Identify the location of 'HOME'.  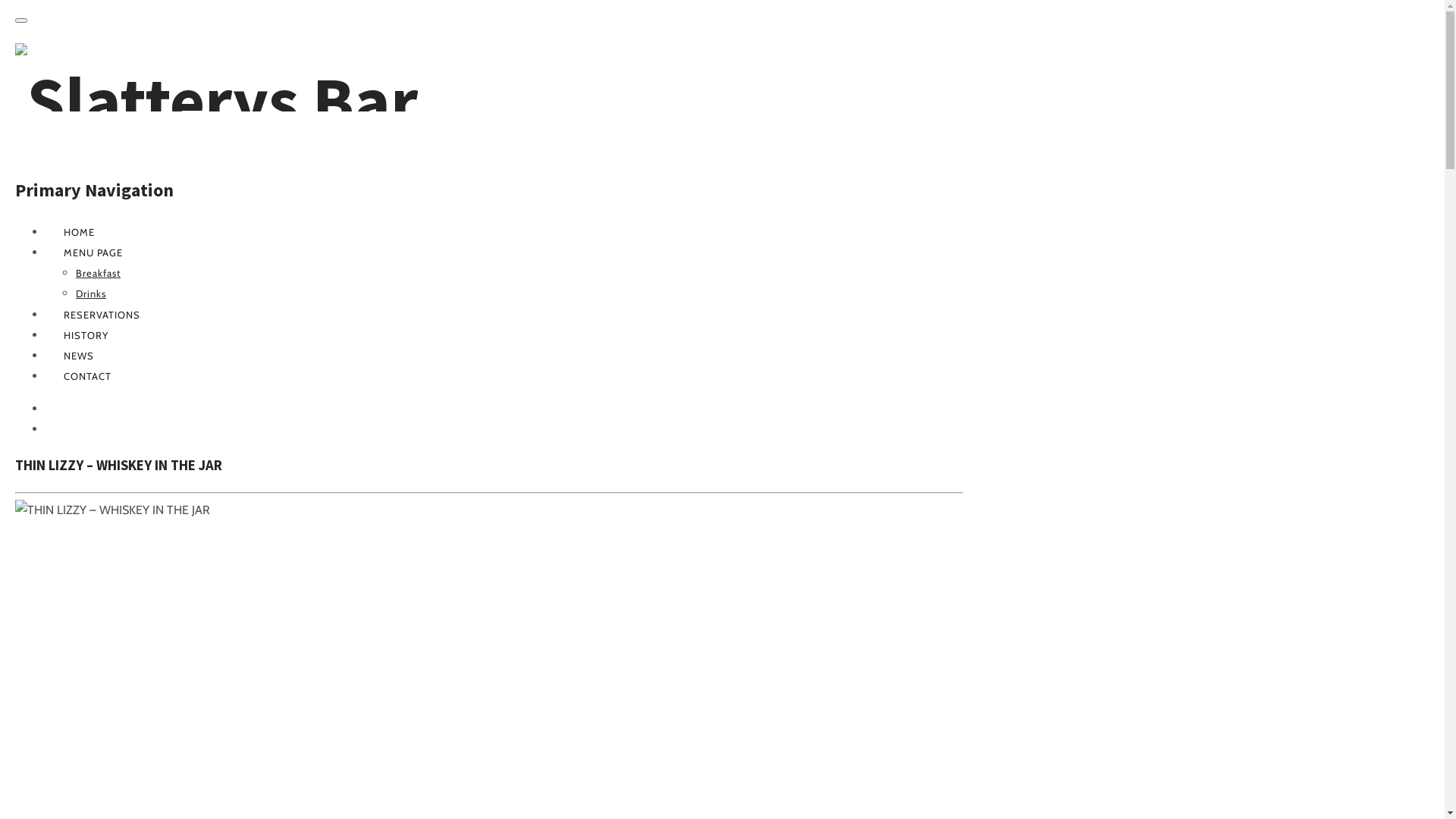
(78, 231).